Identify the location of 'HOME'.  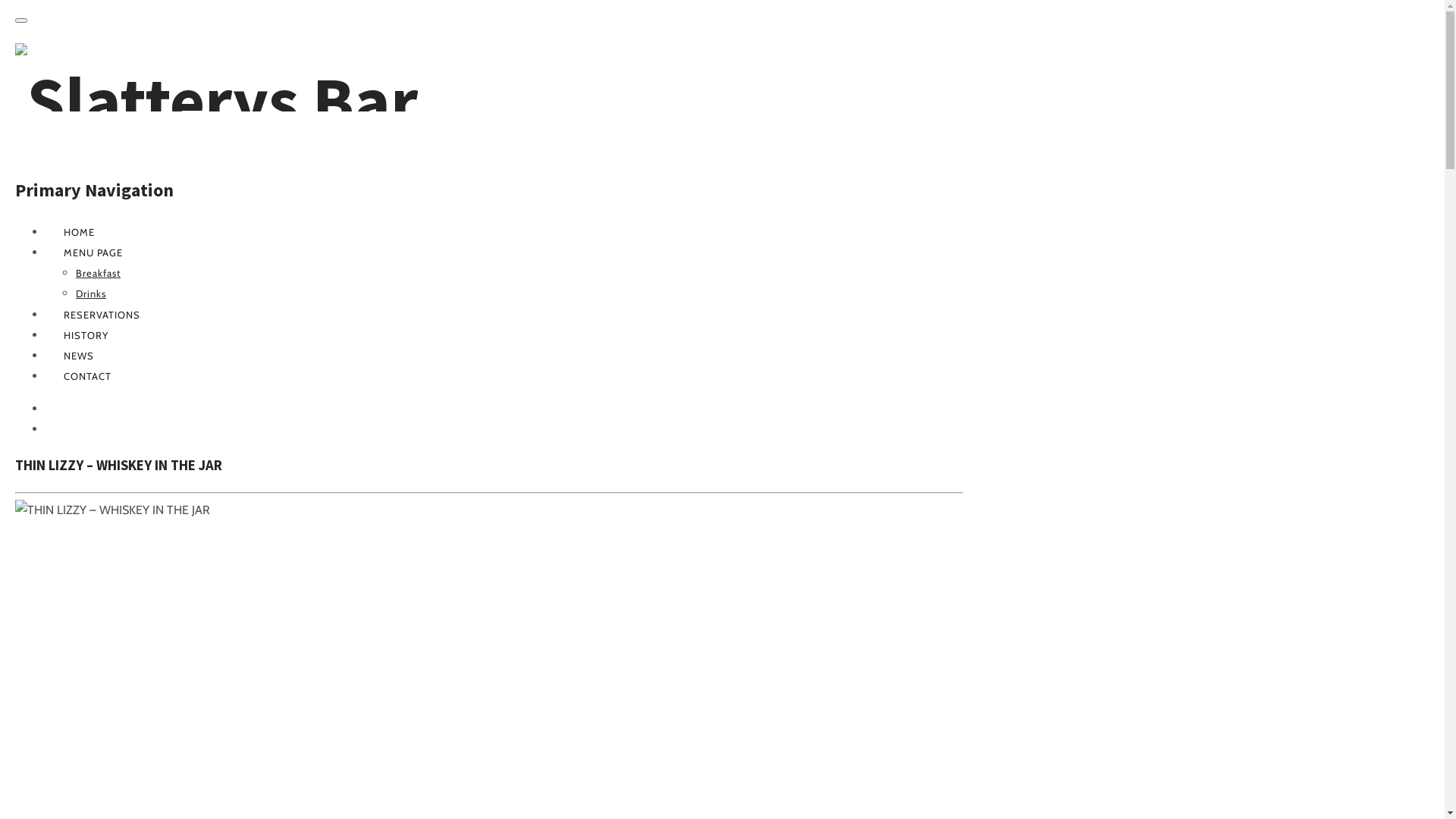
(78, 231).